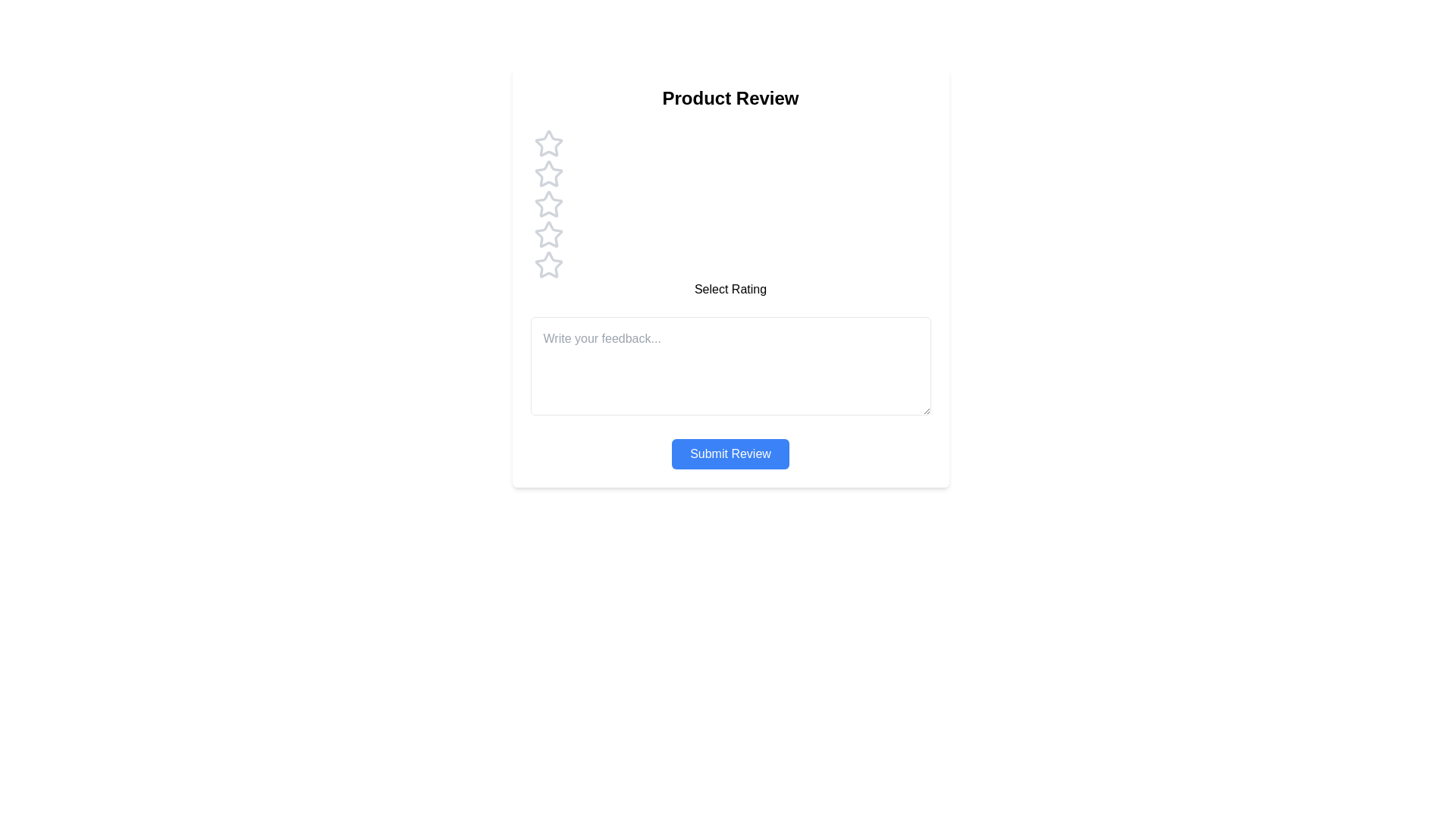 The width and height of the screenshot is (1456, 819). Describe the element at coordinates (730, 289) in the screenshot. I see `the static text label displaying 'Select Rating', which is positioned below the star rating icons and above the feedback text input field` at that location.